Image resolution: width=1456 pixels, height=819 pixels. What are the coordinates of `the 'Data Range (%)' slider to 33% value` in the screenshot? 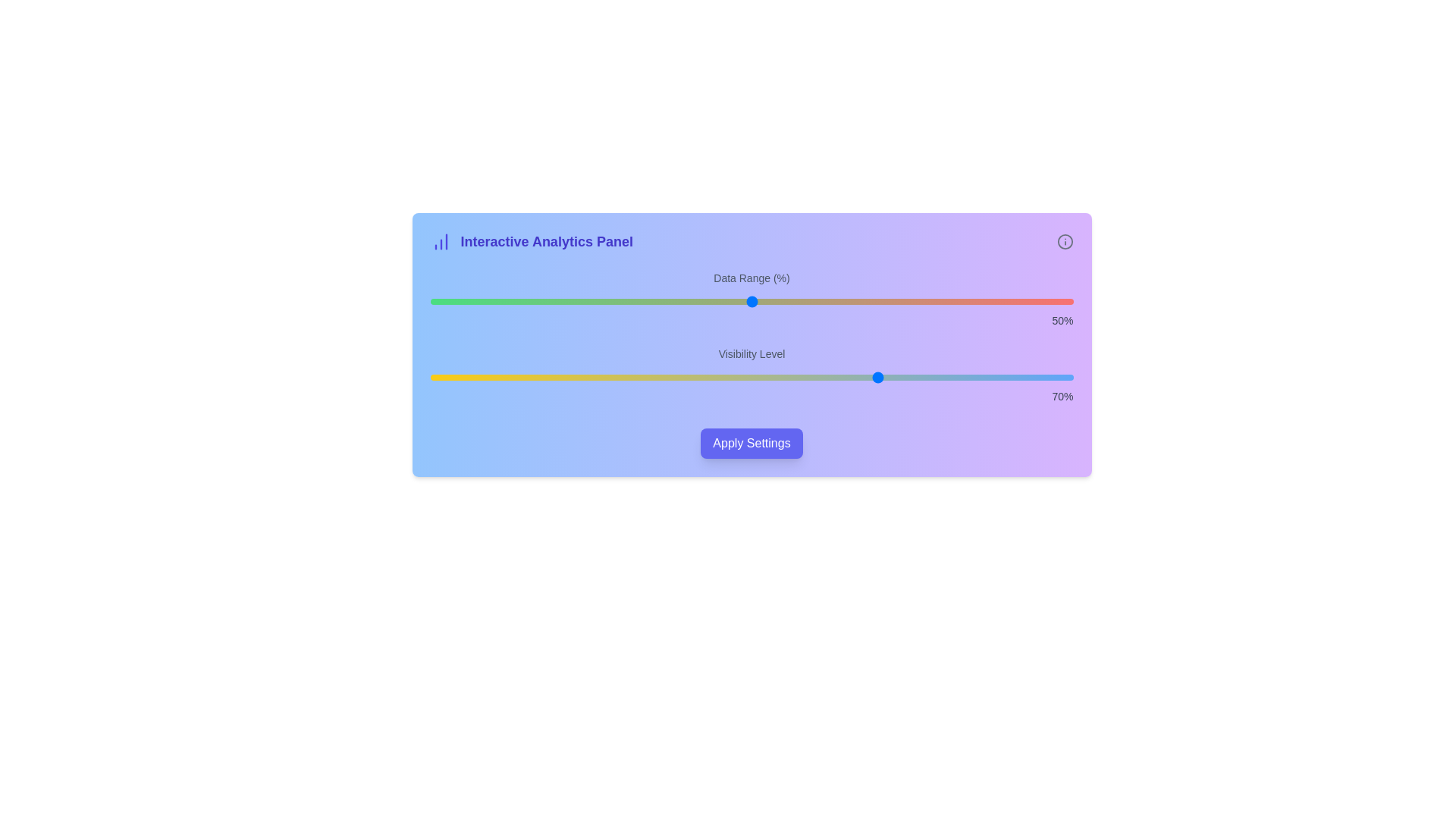 It's located at (642, 301).